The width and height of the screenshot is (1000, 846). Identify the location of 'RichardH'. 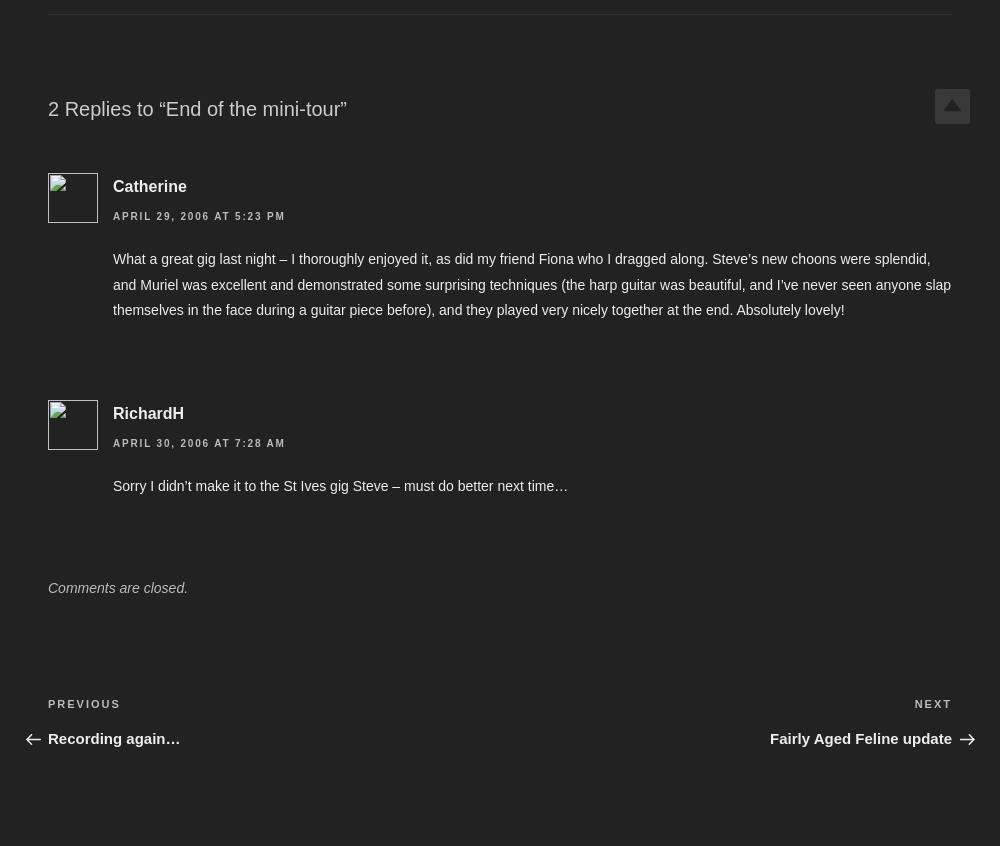
(148, 412).